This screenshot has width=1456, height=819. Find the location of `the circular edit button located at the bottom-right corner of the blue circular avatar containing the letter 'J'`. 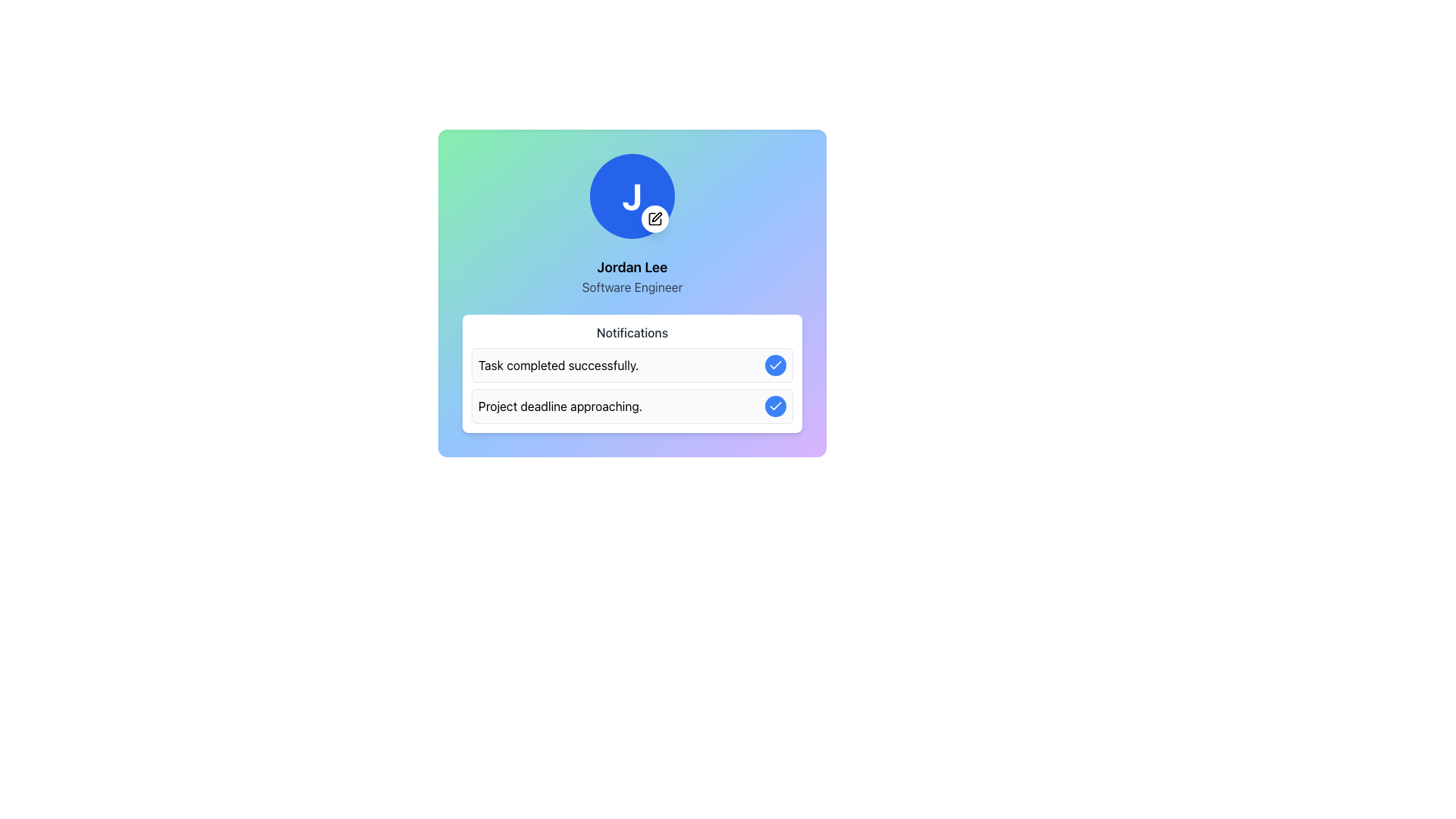

the circular edit button located at the bottom-right corner of the blue circular avatar containing the letter 'J' is located at coordinates (655, 219).